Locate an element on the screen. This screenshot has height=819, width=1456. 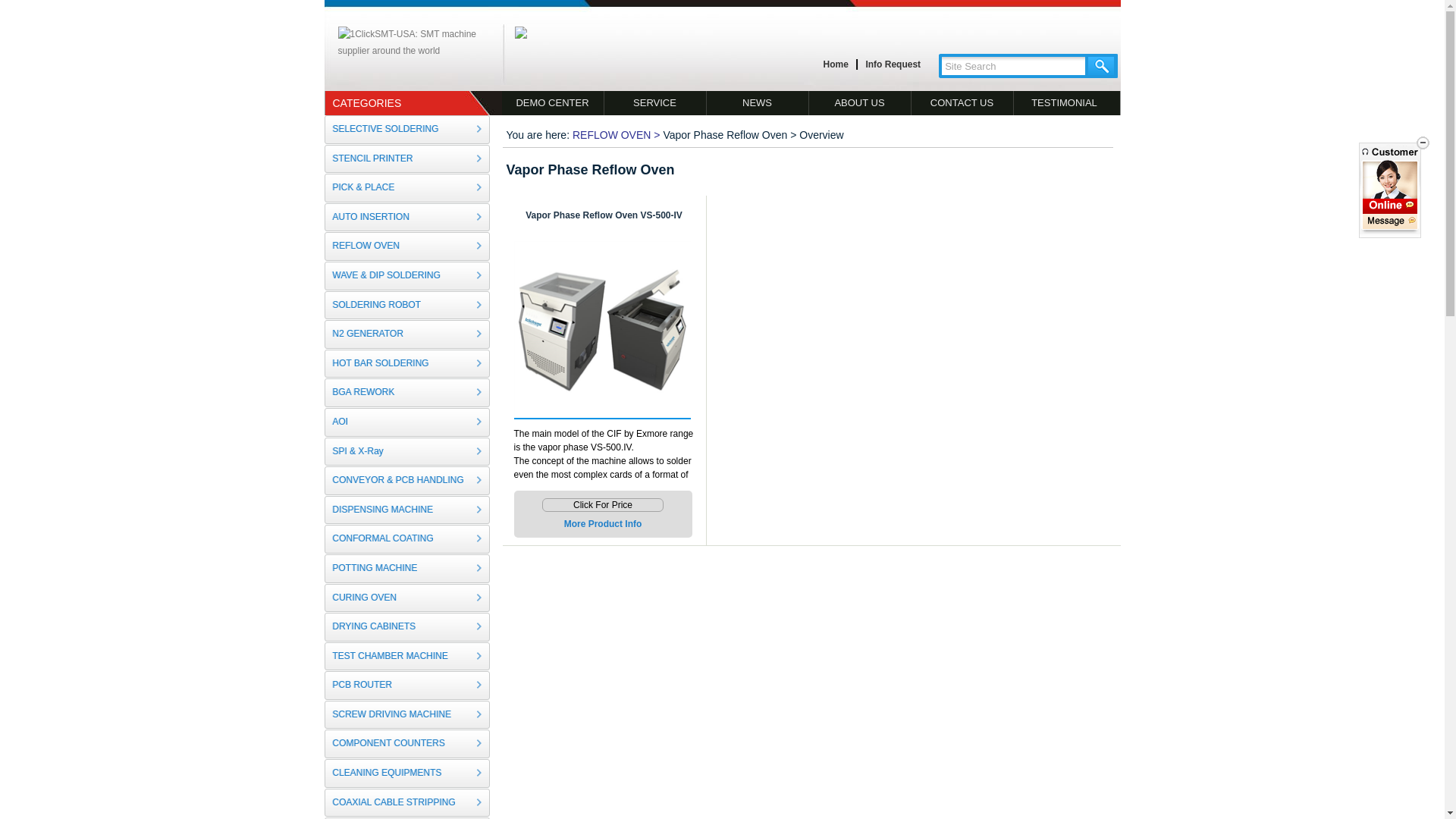
'SOLDERING ROBOT' is located at coordinates (407, 305).